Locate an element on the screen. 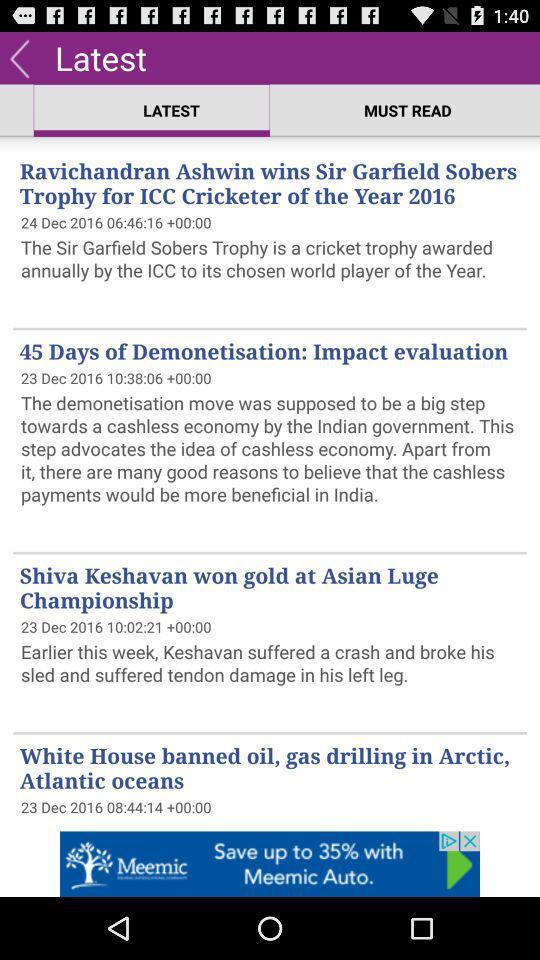  connect to advertisement is located at coordinates (270, 863).